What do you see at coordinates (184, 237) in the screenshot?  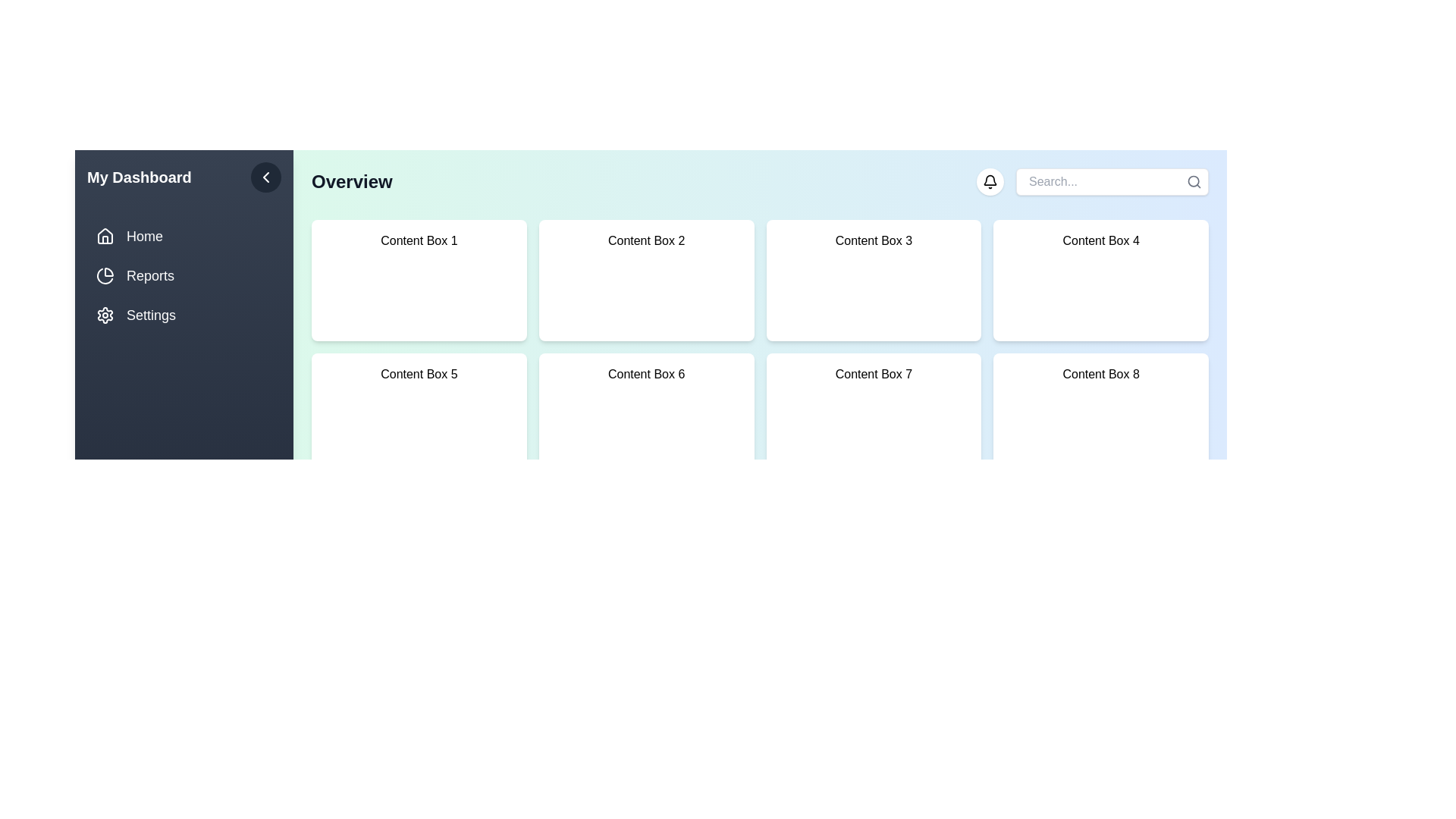 I see `the navigation item Home in the sidebar` at bounding box center [184, 237].